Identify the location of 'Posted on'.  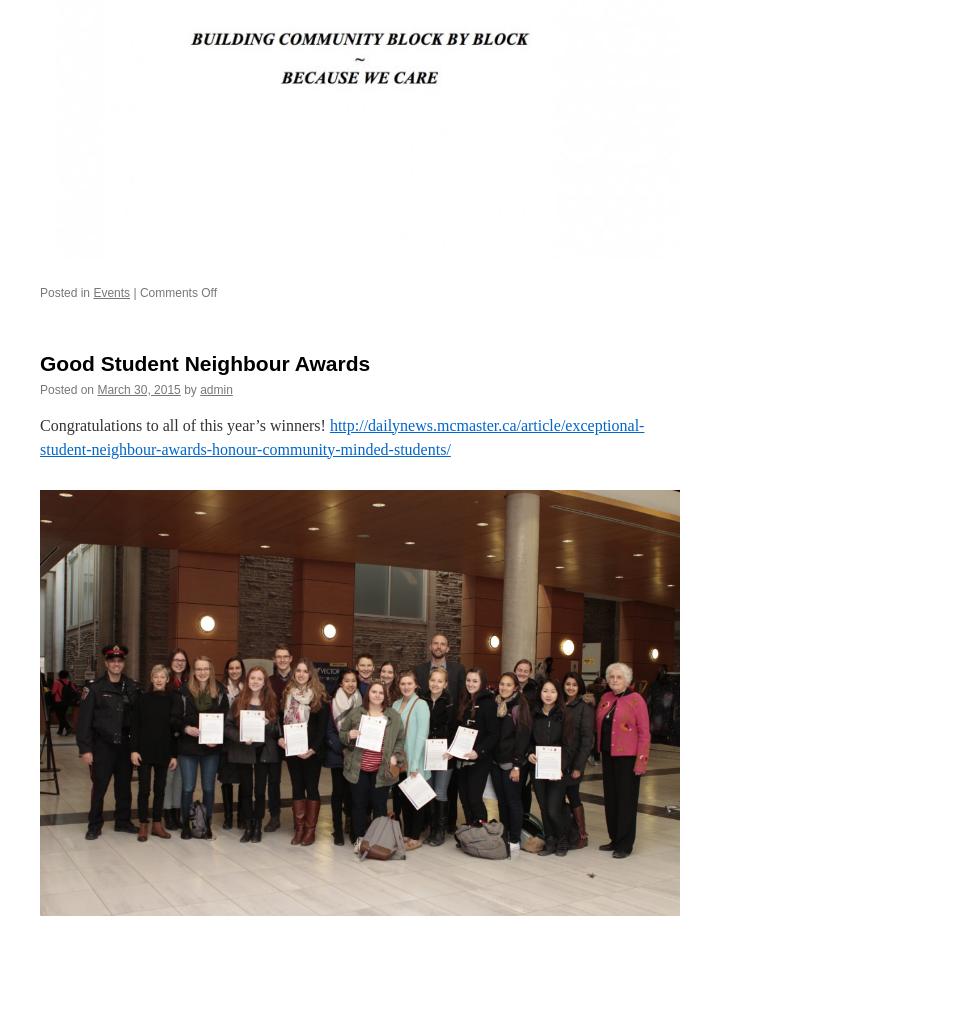
(67, 387).